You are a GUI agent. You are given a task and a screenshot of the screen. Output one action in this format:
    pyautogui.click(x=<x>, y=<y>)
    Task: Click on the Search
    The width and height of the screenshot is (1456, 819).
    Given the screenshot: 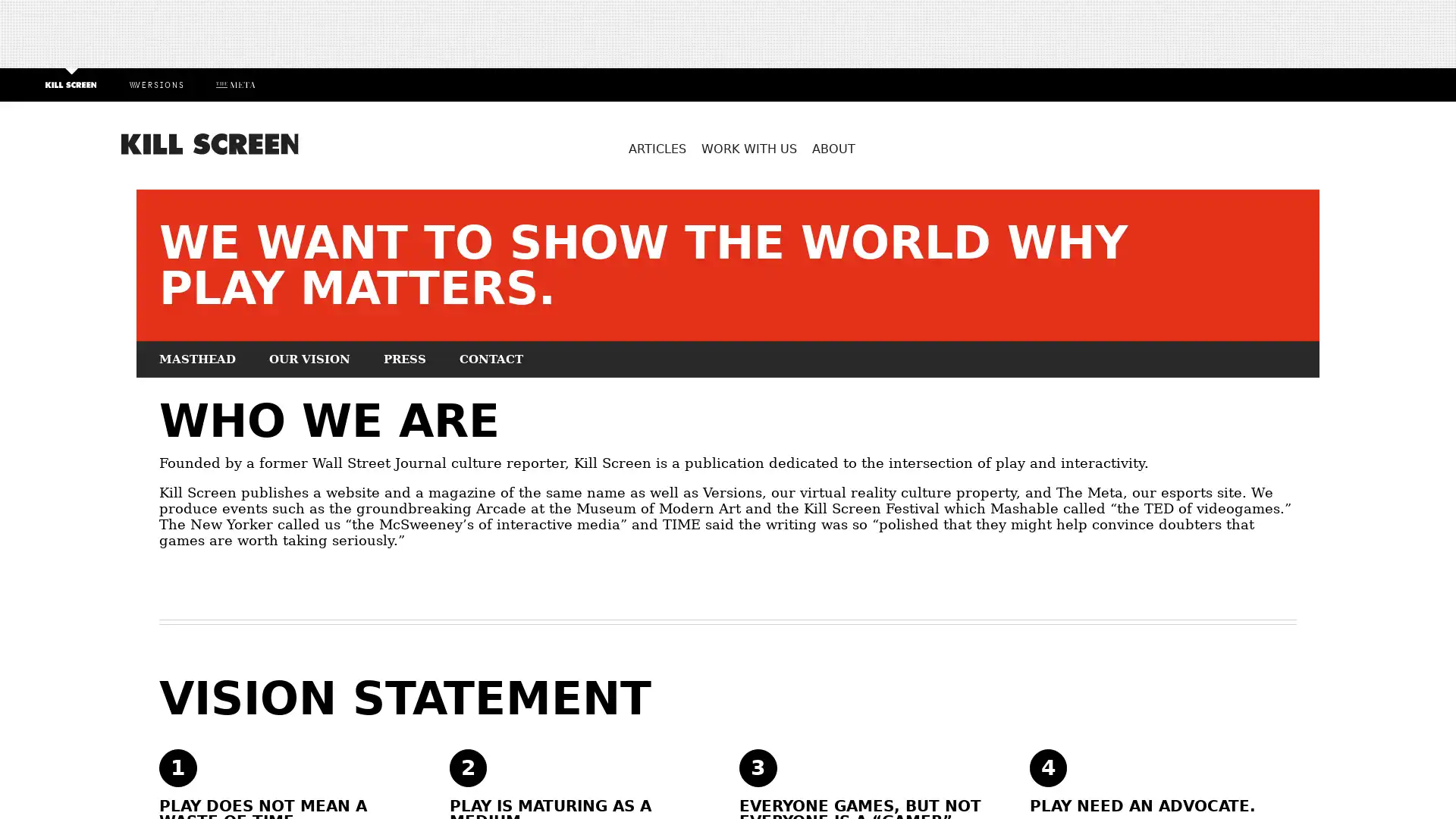 What is the action you would take?
    pyautogui.click(x=1260, y=148)
    